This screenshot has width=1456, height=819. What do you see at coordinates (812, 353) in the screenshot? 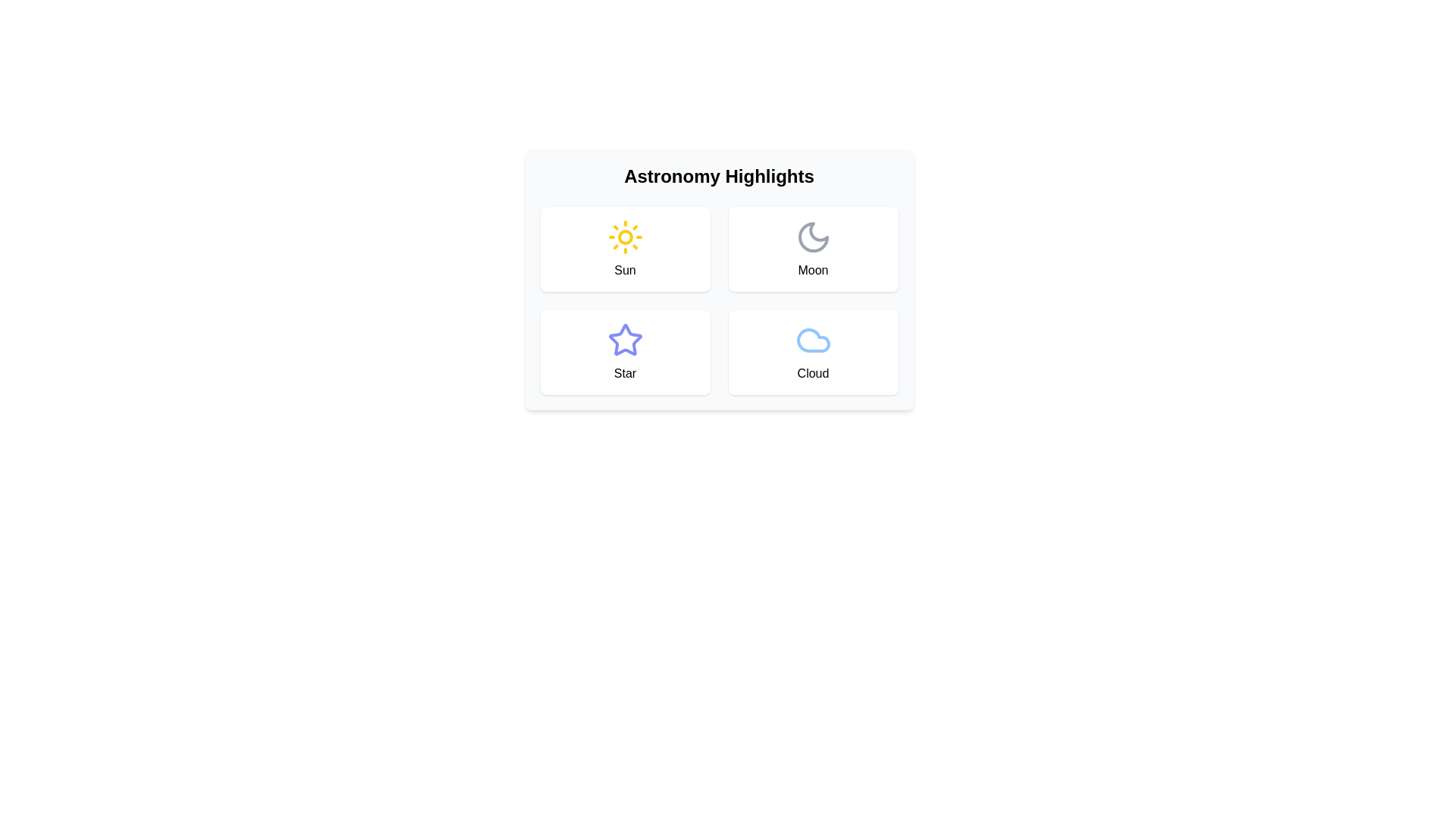
I see `the Card with an icon and a label that represents a cloud, located in the bottom-right corner of the grid layout` at bounding box center [812, 353].